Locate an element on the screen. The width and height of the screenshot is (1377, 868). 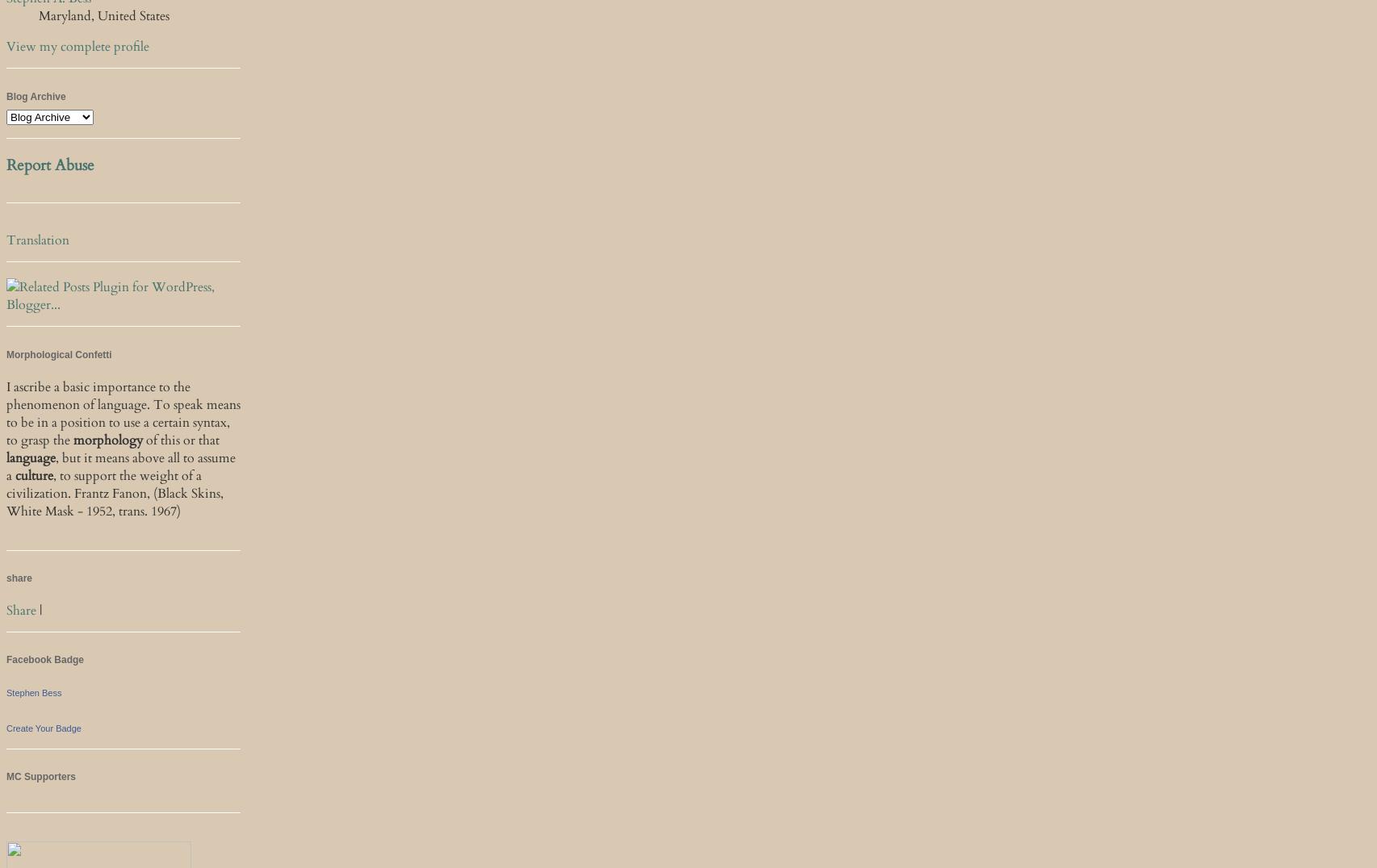
'Maryland, United States' is located at coordinates (103, 15).